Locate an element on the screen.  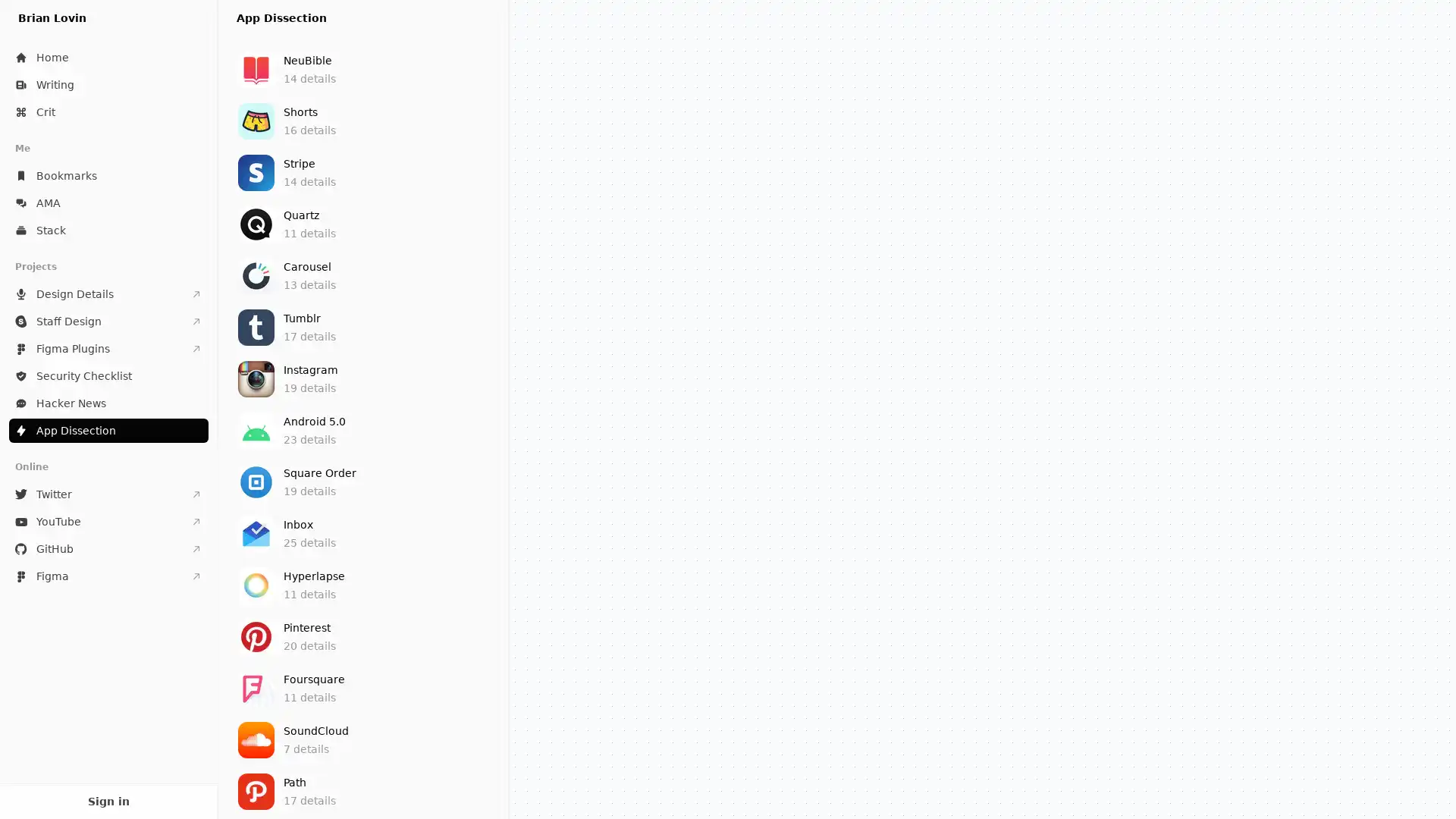
Sign in is located at coordinates (108, 800).